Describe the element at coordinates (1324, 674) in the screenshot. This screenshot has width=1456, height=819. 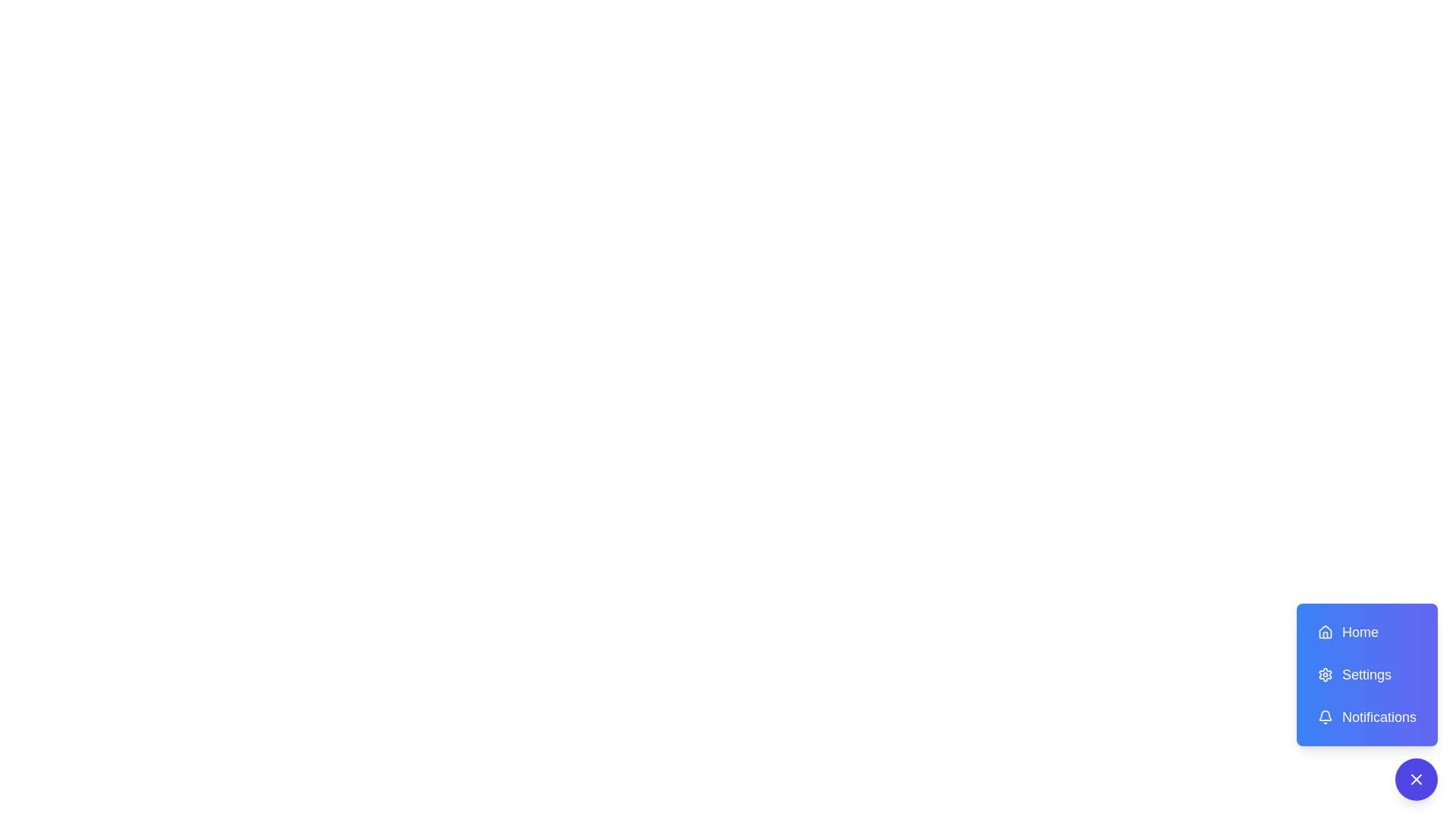
I see `the settings icon, represented by a gear symbol` at that location.